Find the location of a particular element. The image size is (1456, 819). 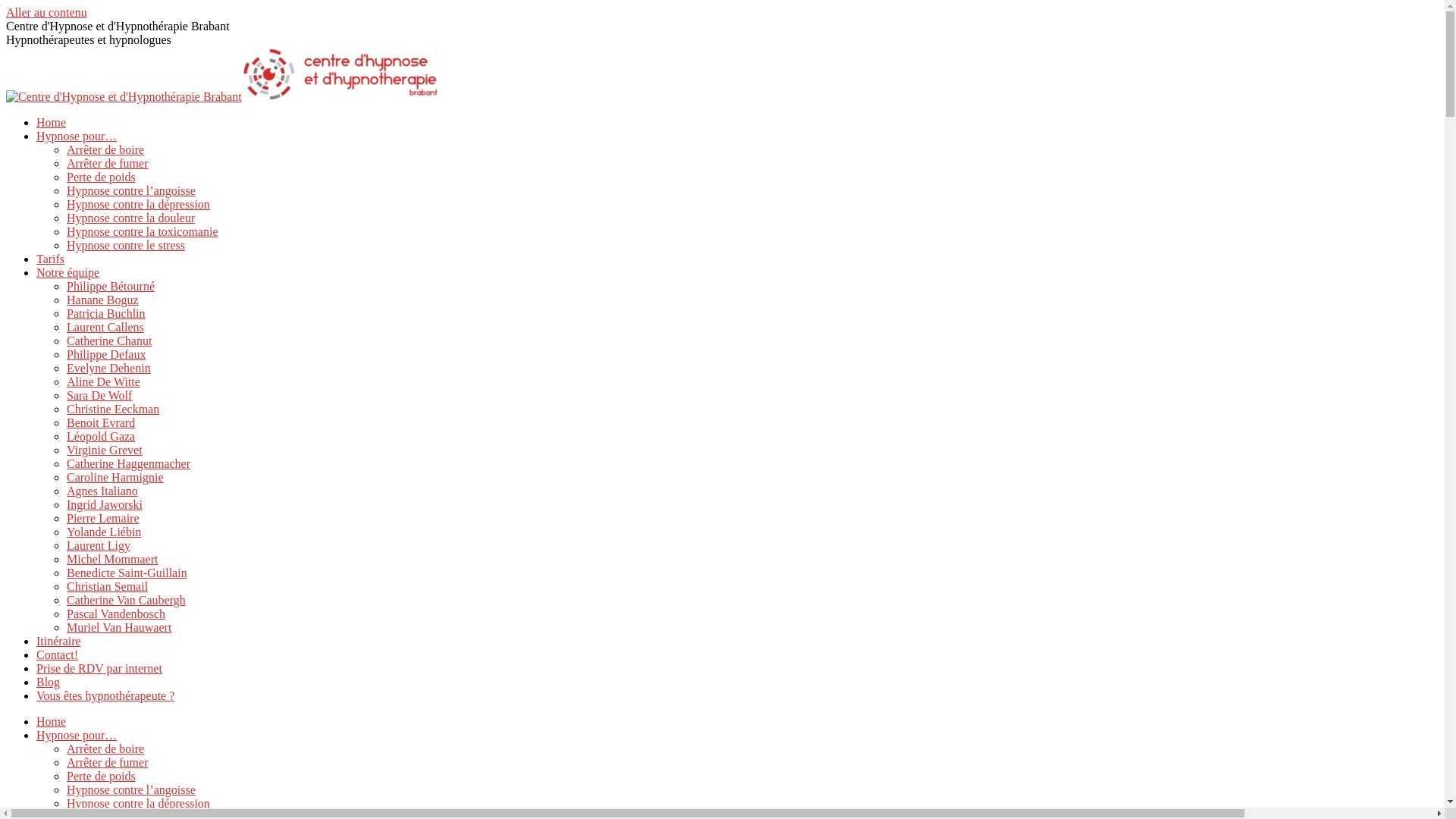

'Christine Eeckman' is located at coordinates (111, 408).